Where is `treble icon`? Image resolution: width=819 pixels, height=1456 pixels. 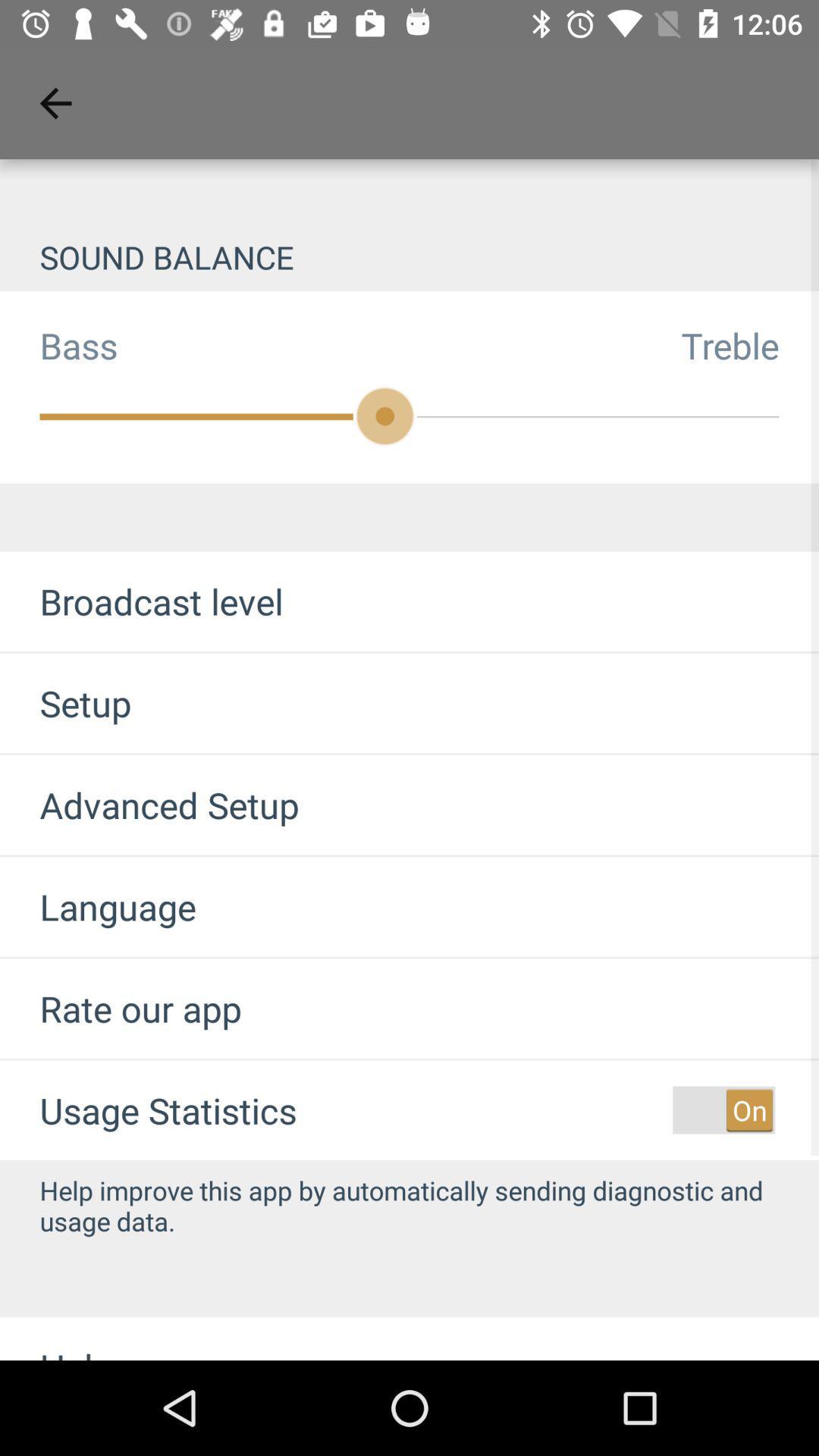 treble icon is located at coordinates (749, 344).